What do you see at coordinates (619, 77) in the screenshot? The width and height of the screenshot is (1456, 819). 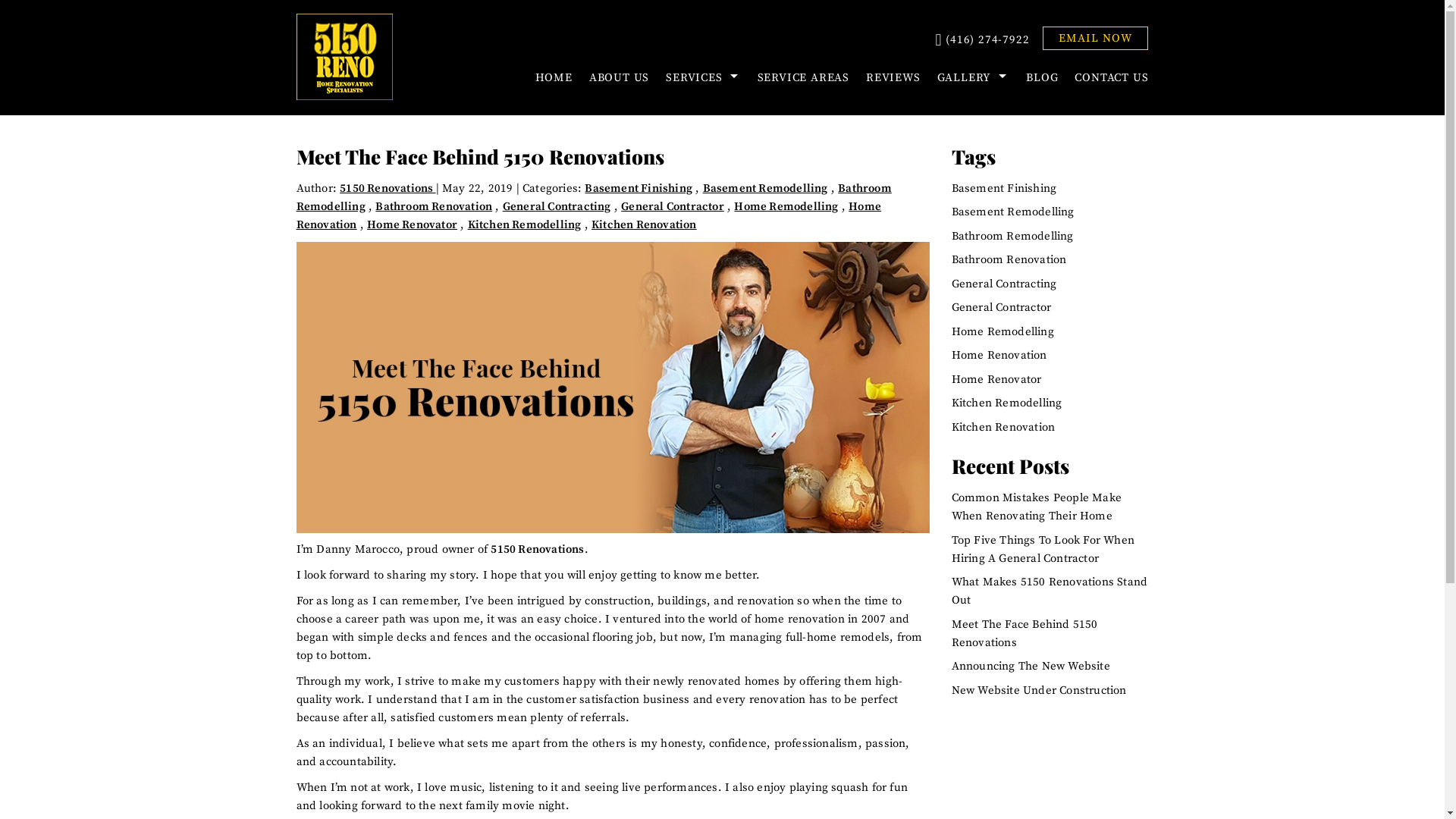 I see `'ABOUT US'` at bounding box center [619, 77].